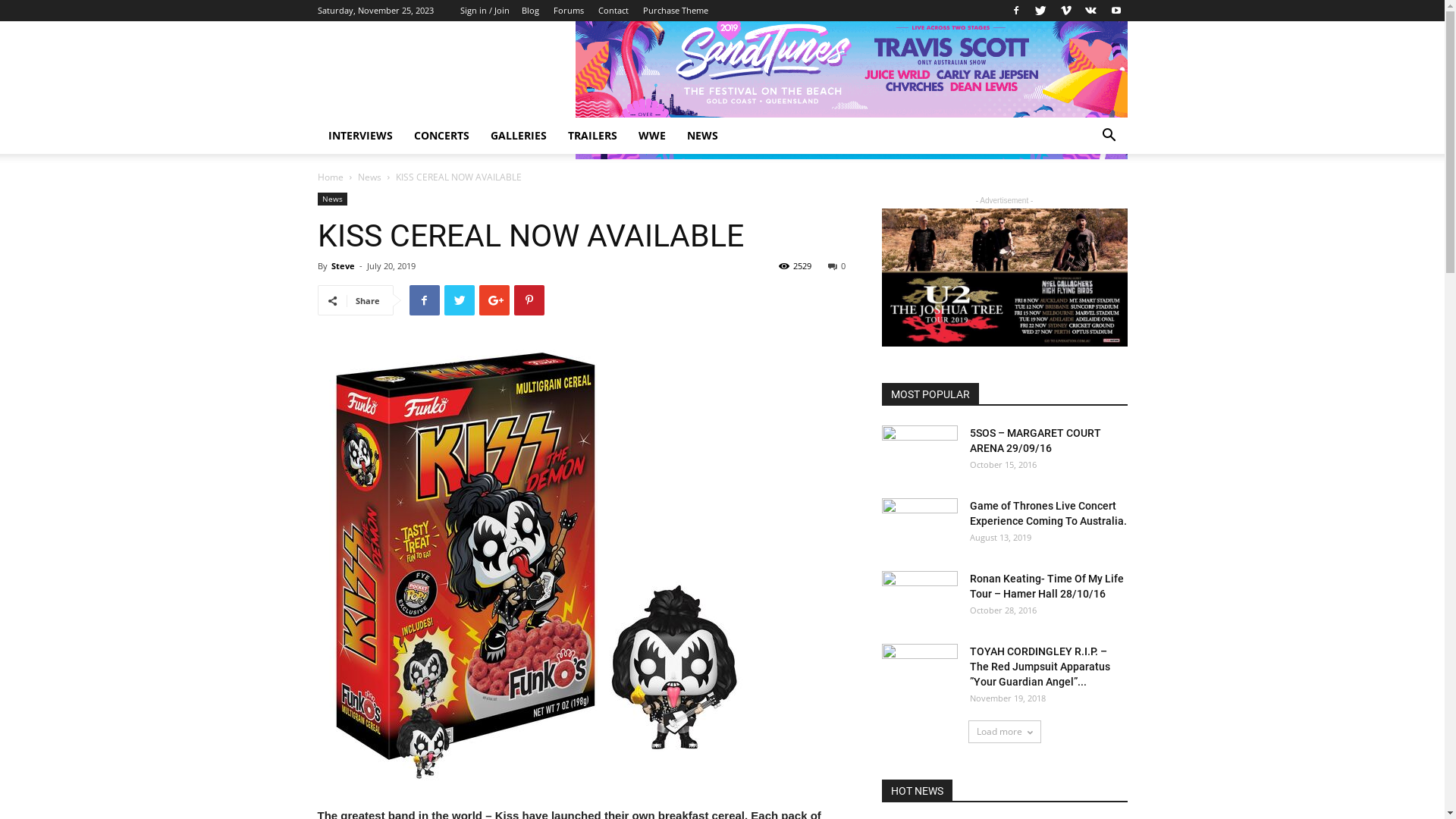  Describe the element at coordinates (403, 134) in the screenshot. I see `'CONCERTS'` at that location.